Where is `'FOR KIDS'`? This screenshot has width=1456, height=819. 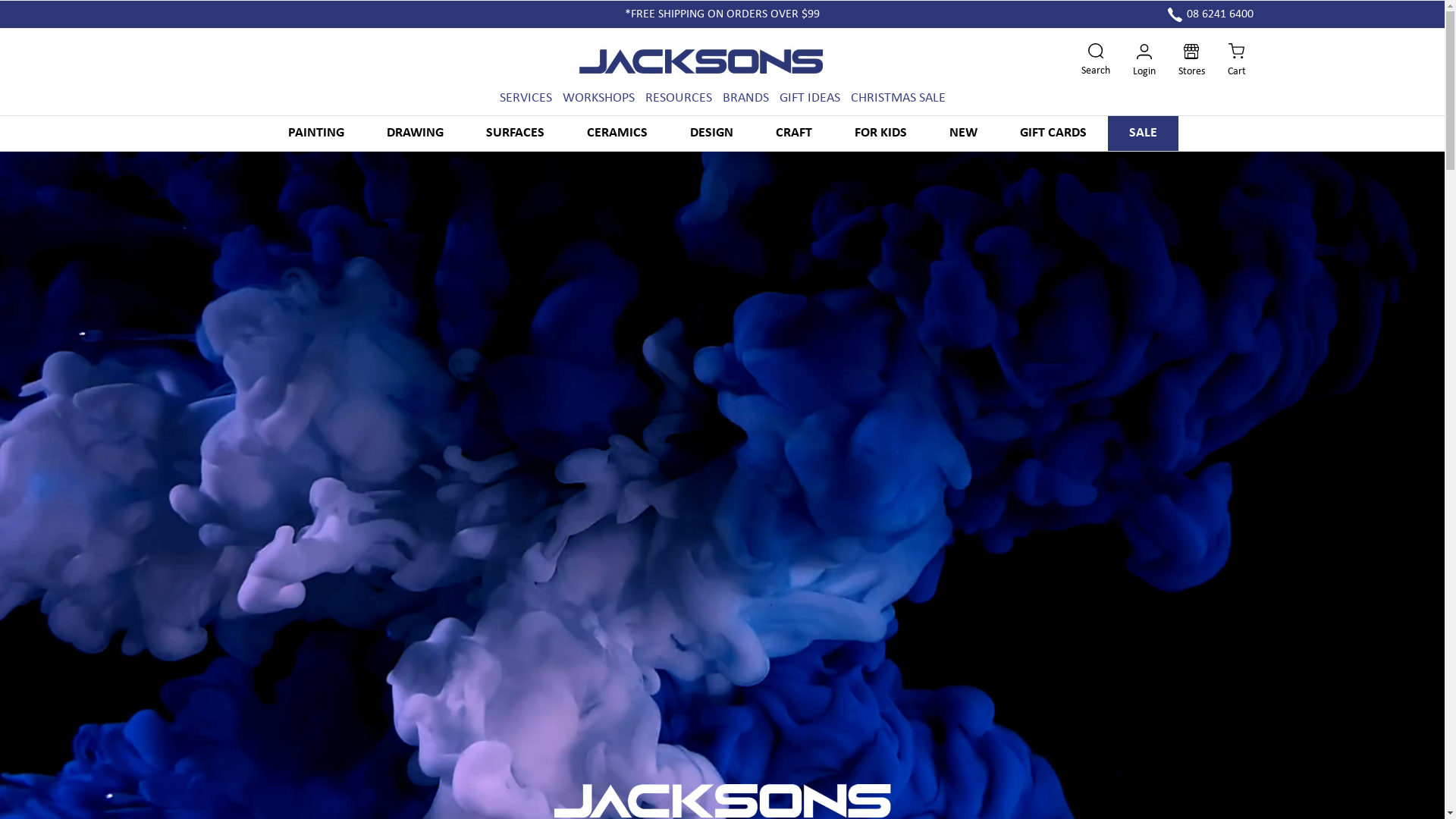
'FOR KIDS' is located at coordinates (832, 133).